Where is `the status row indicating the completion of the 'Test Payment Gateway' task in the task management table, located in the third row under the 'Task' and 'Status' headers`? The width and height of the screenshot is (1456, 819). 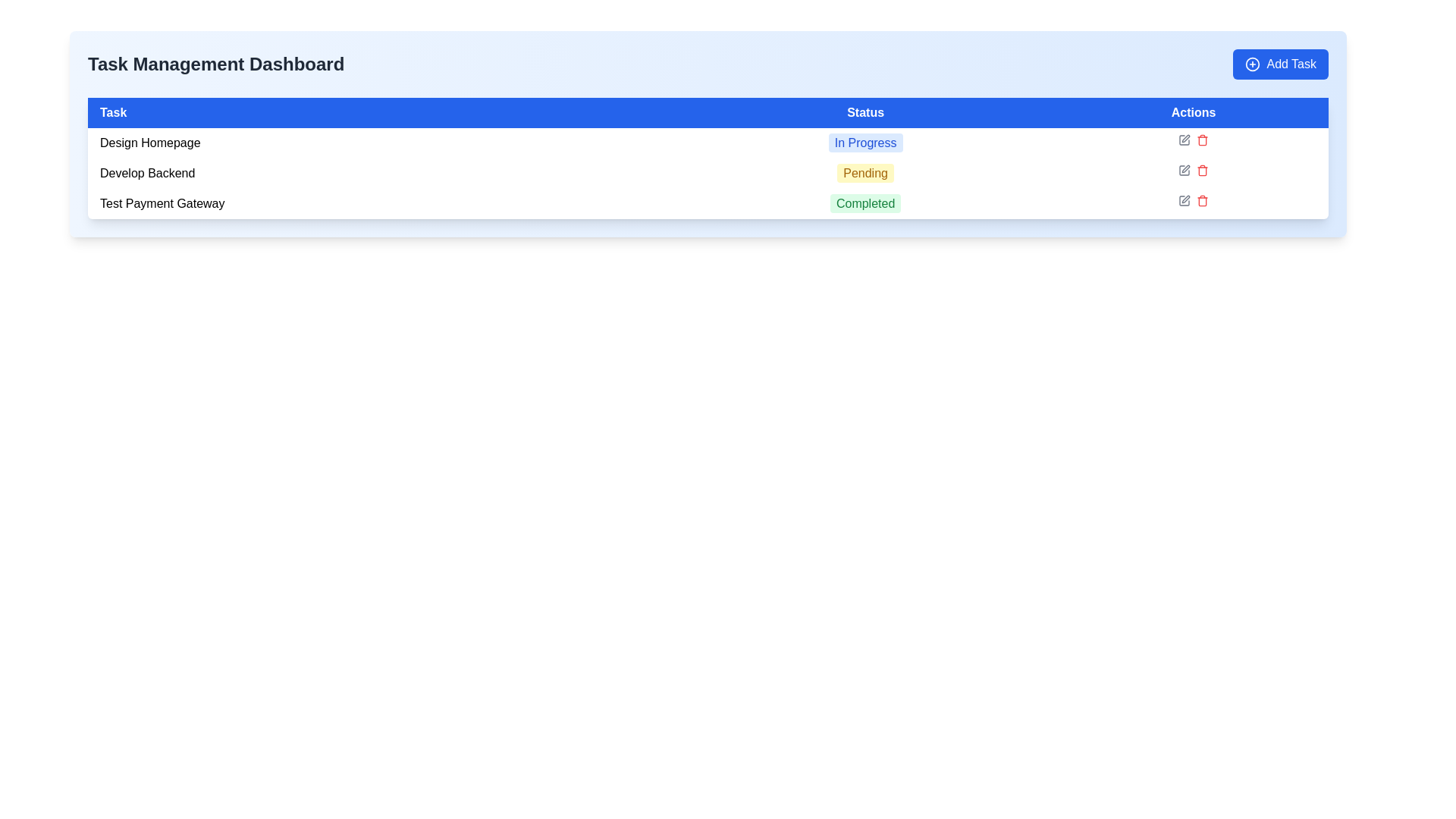
the status row indicating the completion of the 'Test Payment Gateway' task in the task management table, located in the third row under the 'Task' and 'Status' headers is located at coordinates (708, 203).